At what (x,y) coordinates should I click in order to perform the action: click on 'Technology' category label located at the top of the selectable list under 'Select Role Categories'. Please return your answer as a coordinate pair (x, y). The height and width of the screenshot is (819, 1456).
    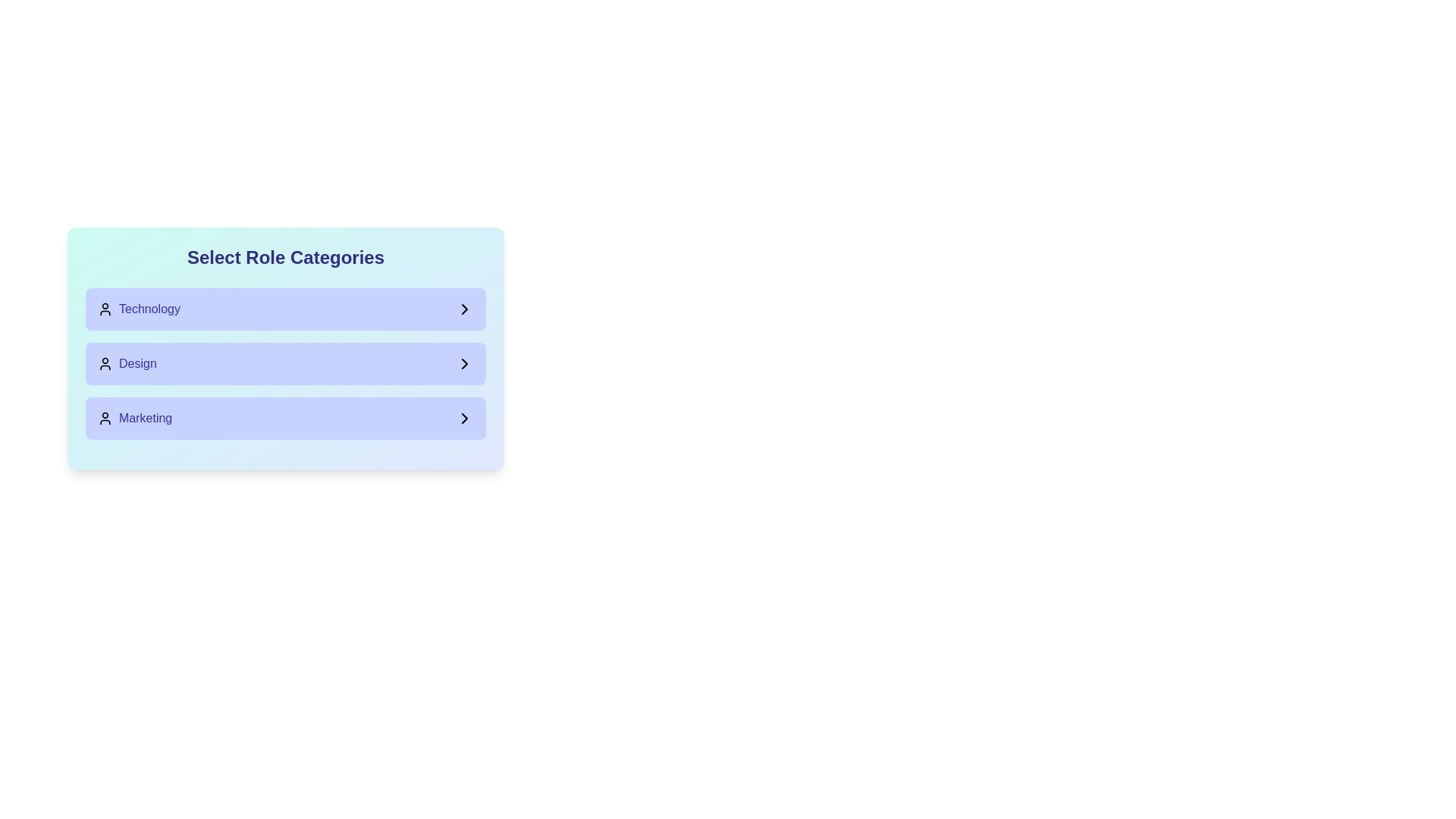
    Looking at the image, I should click on (149, 309).